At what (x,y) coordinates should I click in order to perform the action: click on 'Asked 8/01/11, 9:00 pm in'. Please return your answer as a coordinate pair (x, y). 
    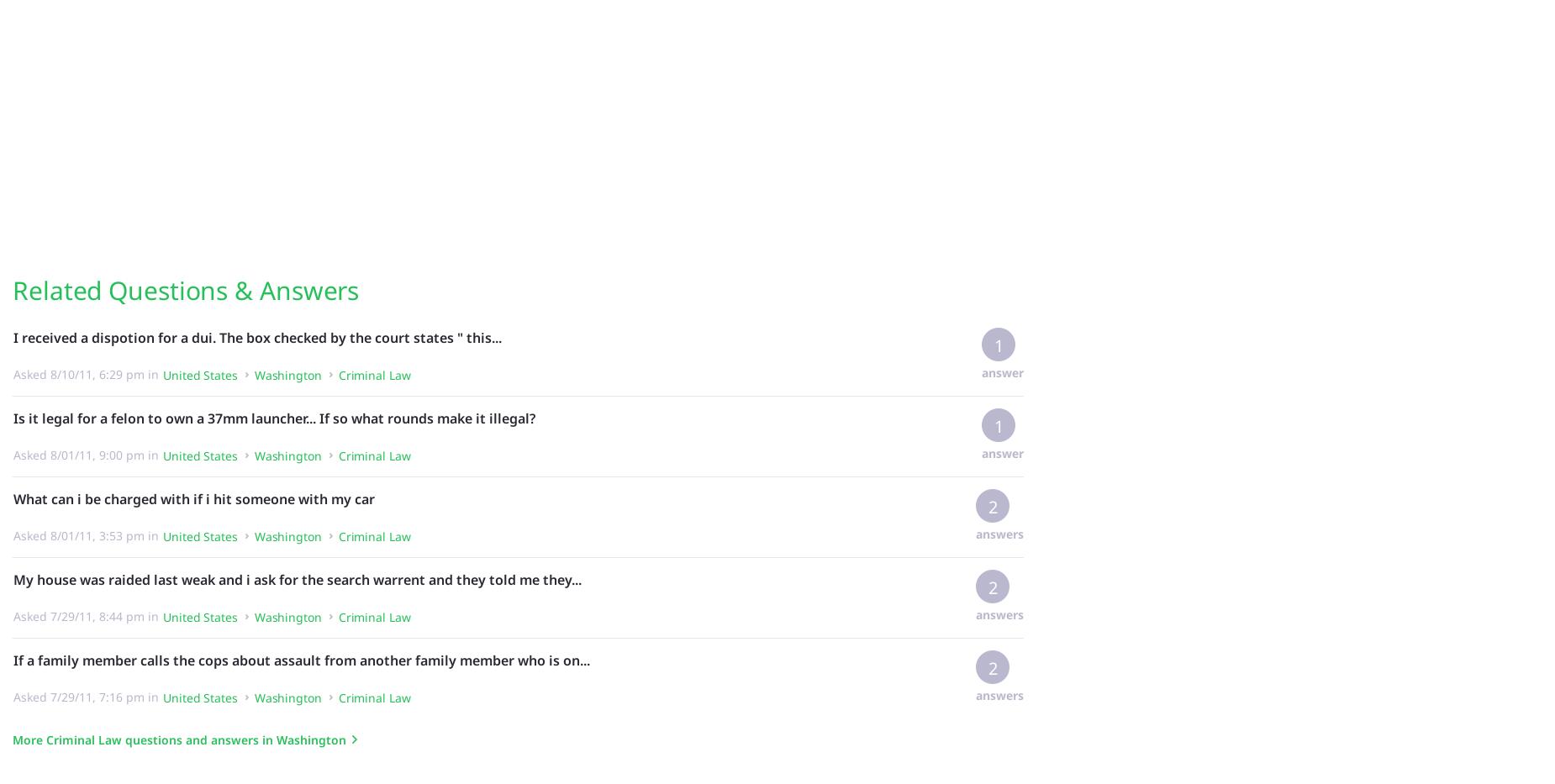
    Looking at the image, I should click on (85, 453).